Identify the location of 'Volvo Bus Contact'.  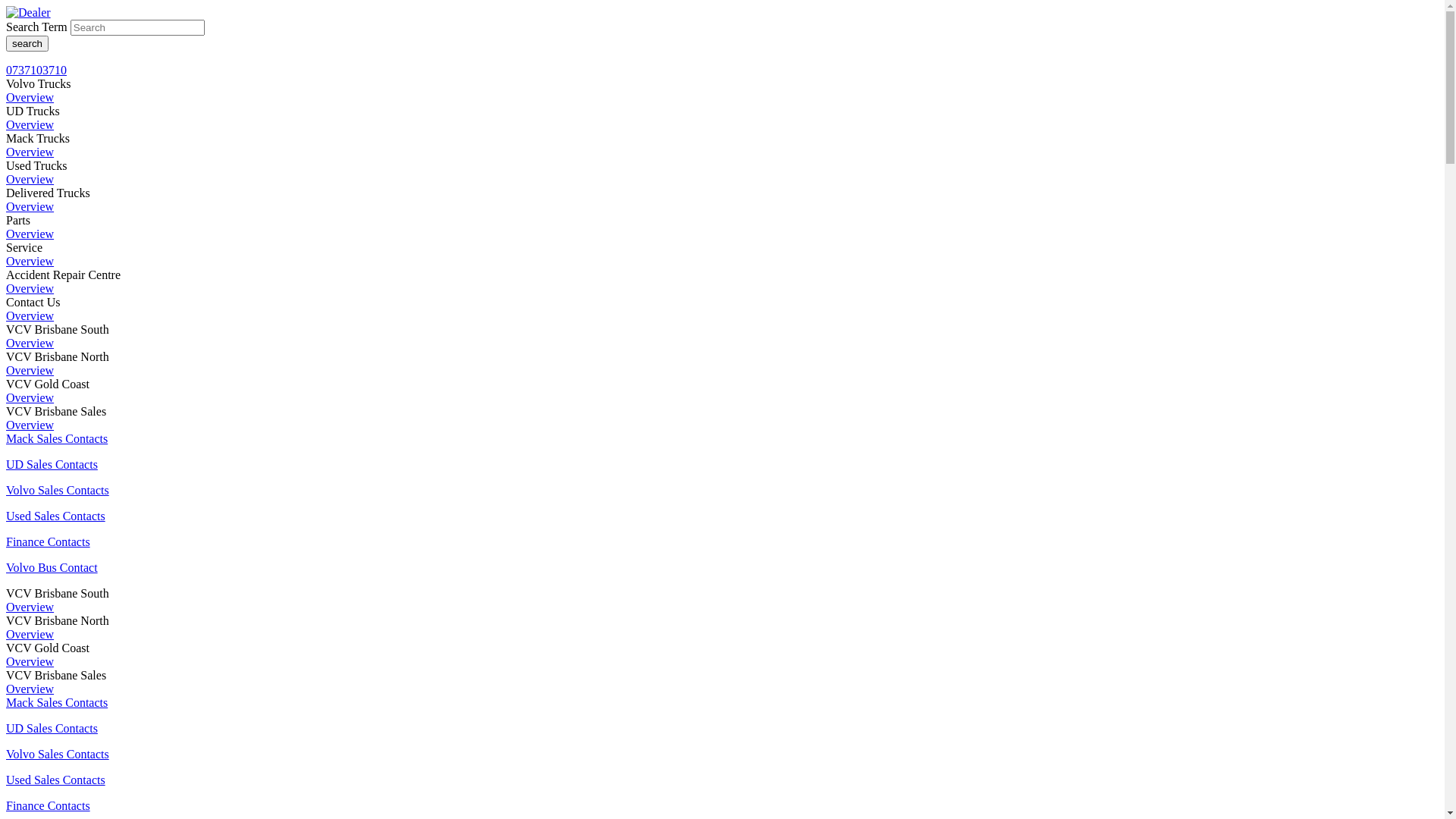
(52, 567).